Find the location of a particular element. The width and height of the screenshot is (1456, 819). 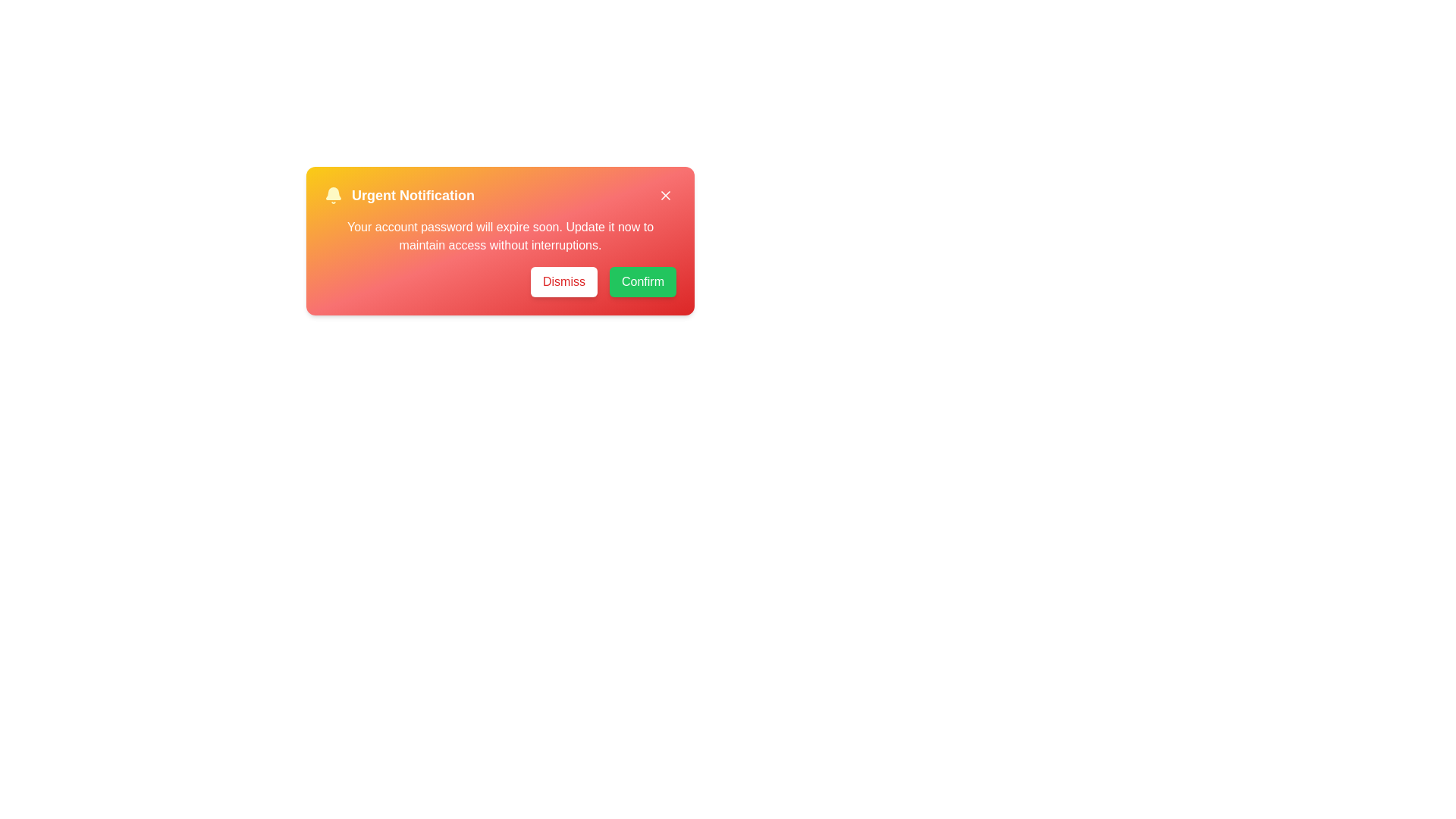

the close button in the top-right corner of the alert is located at coordinates (666, 195).